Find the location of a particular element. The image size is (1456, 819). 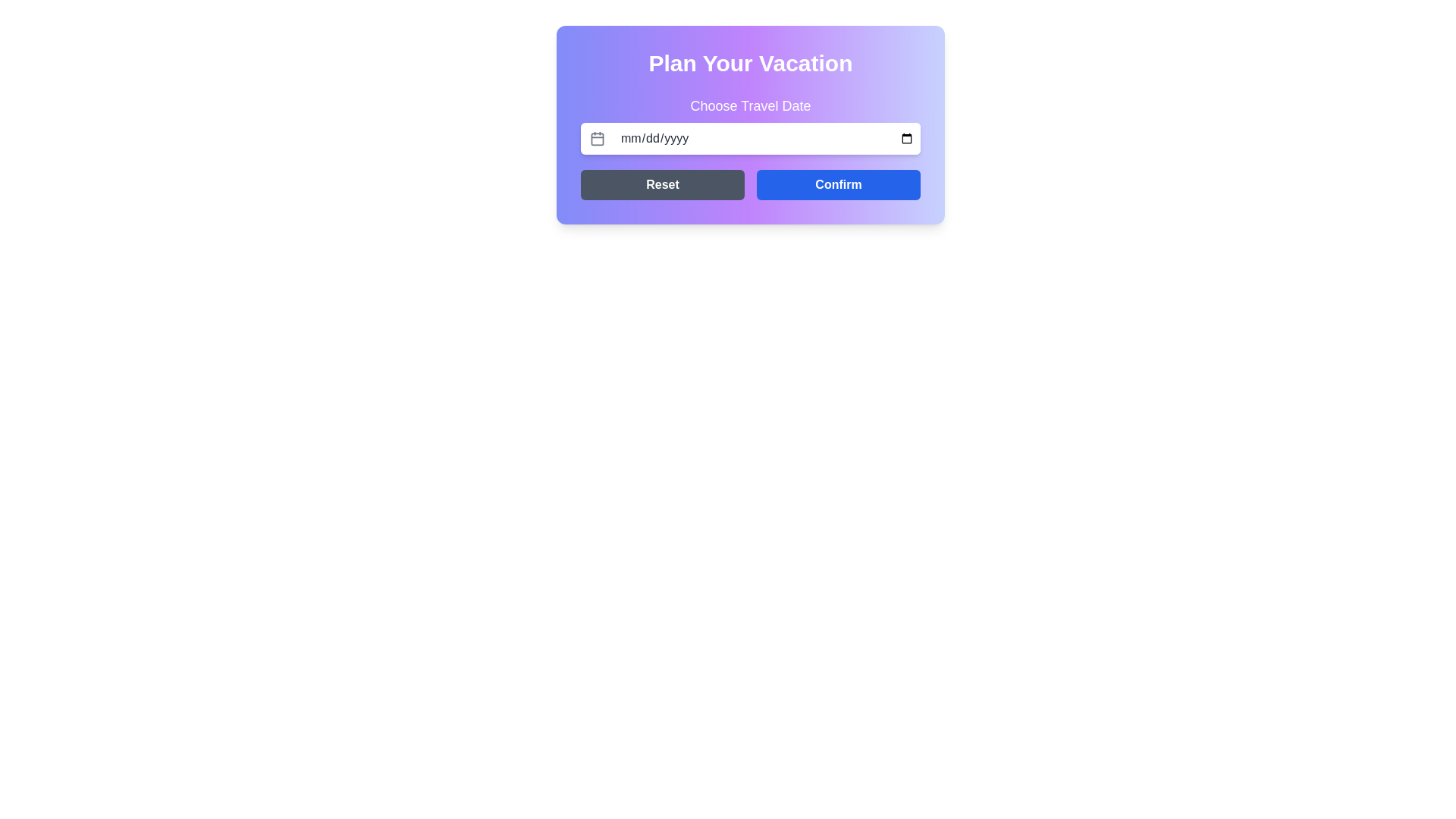

the date selection icon located at the left-most end of the horizontal bar containing the date picker, immediately before the date input field is located at coordinates (596, 138).